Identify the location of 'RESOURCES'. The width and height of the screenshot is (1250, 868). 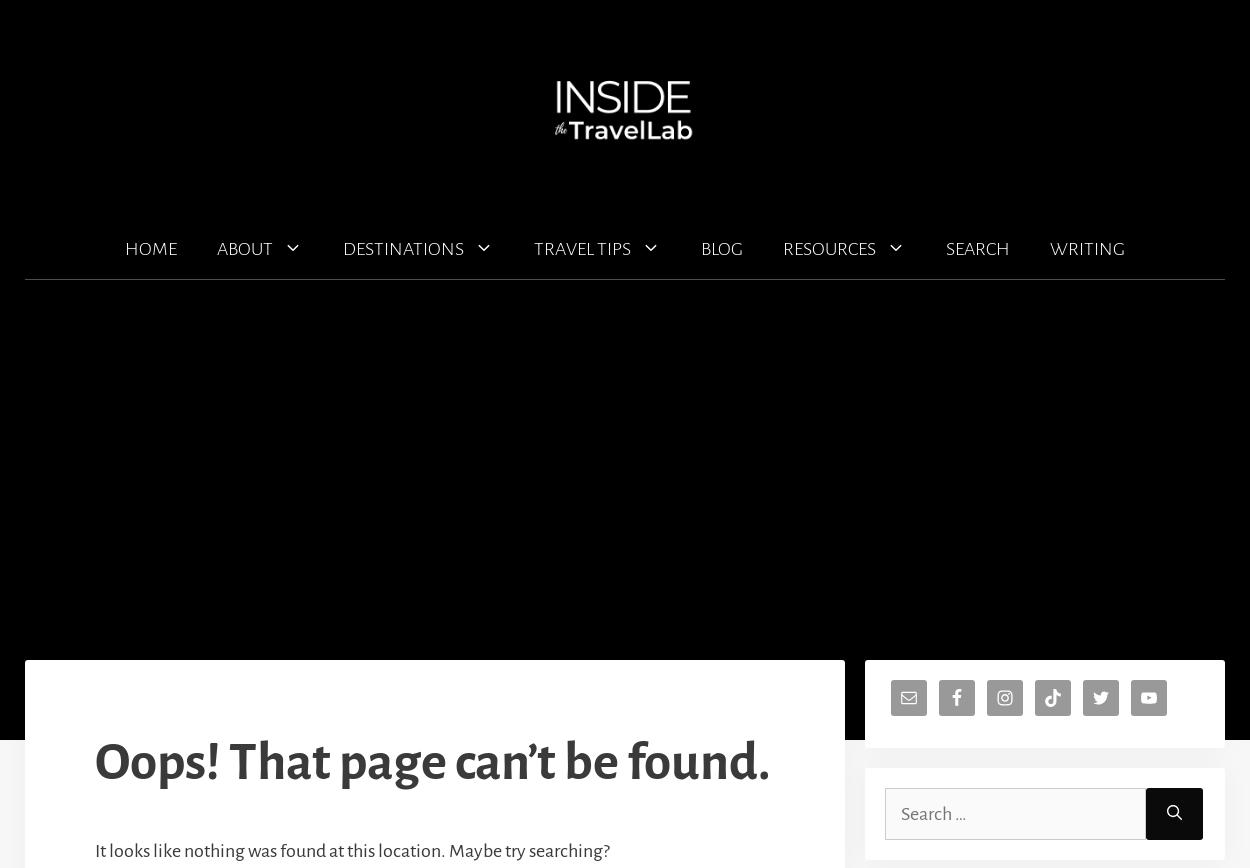
(828, 249).